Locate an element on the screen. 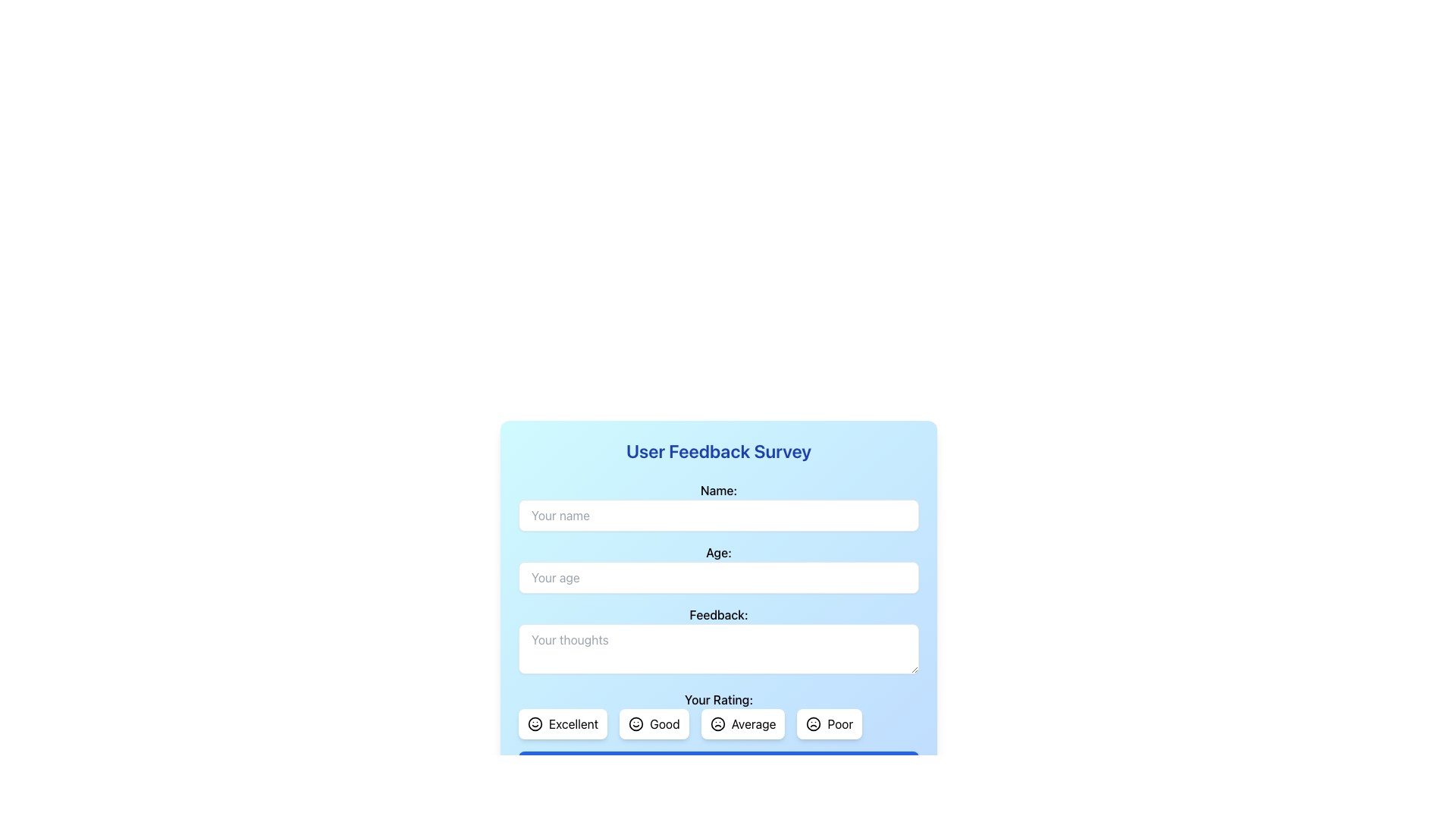 The image size is (1456, 819). text label 'Feedback:' which is positioned above the input field labeled 'Your thoughts' to understand its purpose is located at coordinates (718, 614).